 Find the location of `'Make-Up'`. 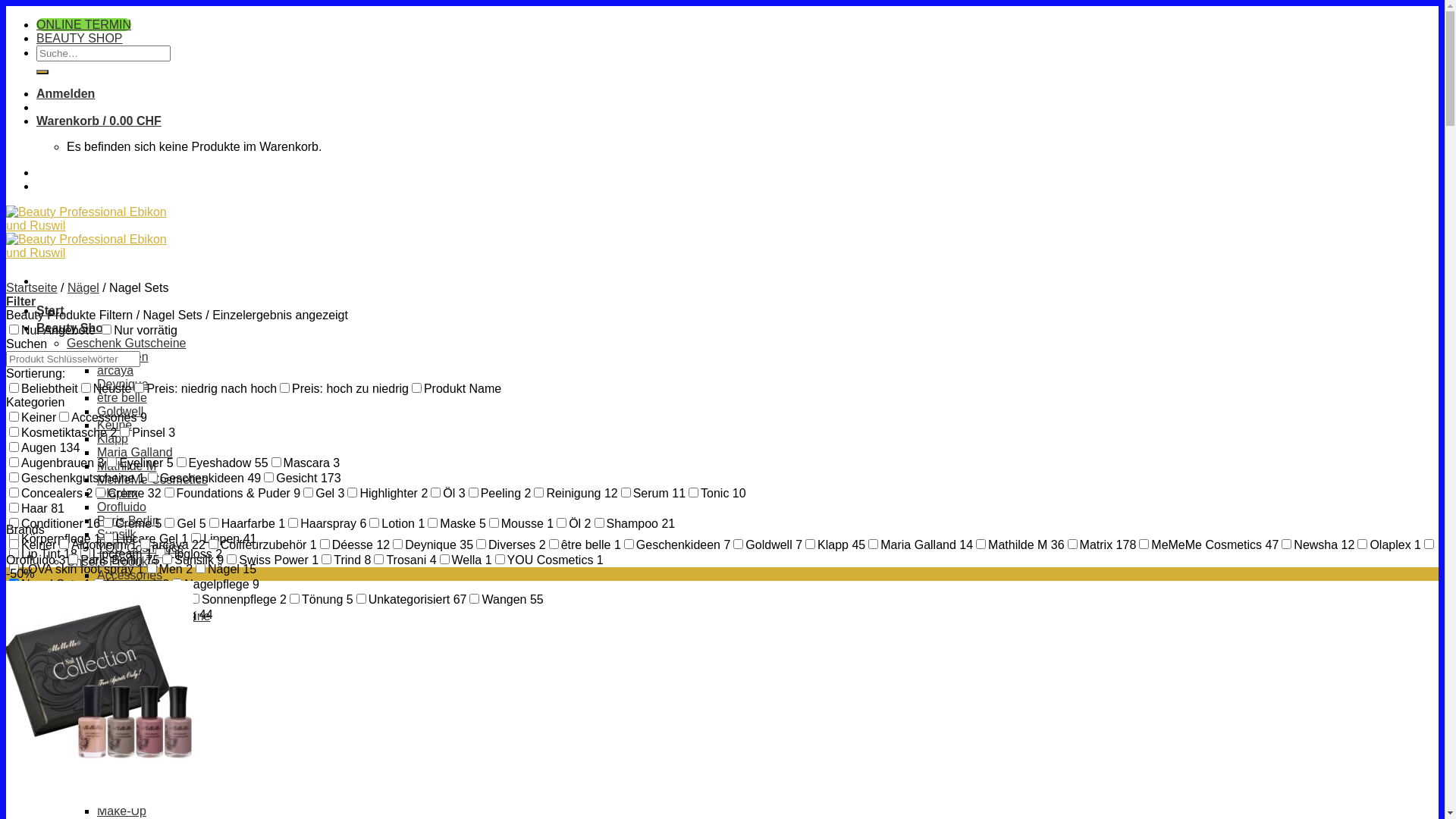

'Make-Up' is located at coordinates (121, 810).